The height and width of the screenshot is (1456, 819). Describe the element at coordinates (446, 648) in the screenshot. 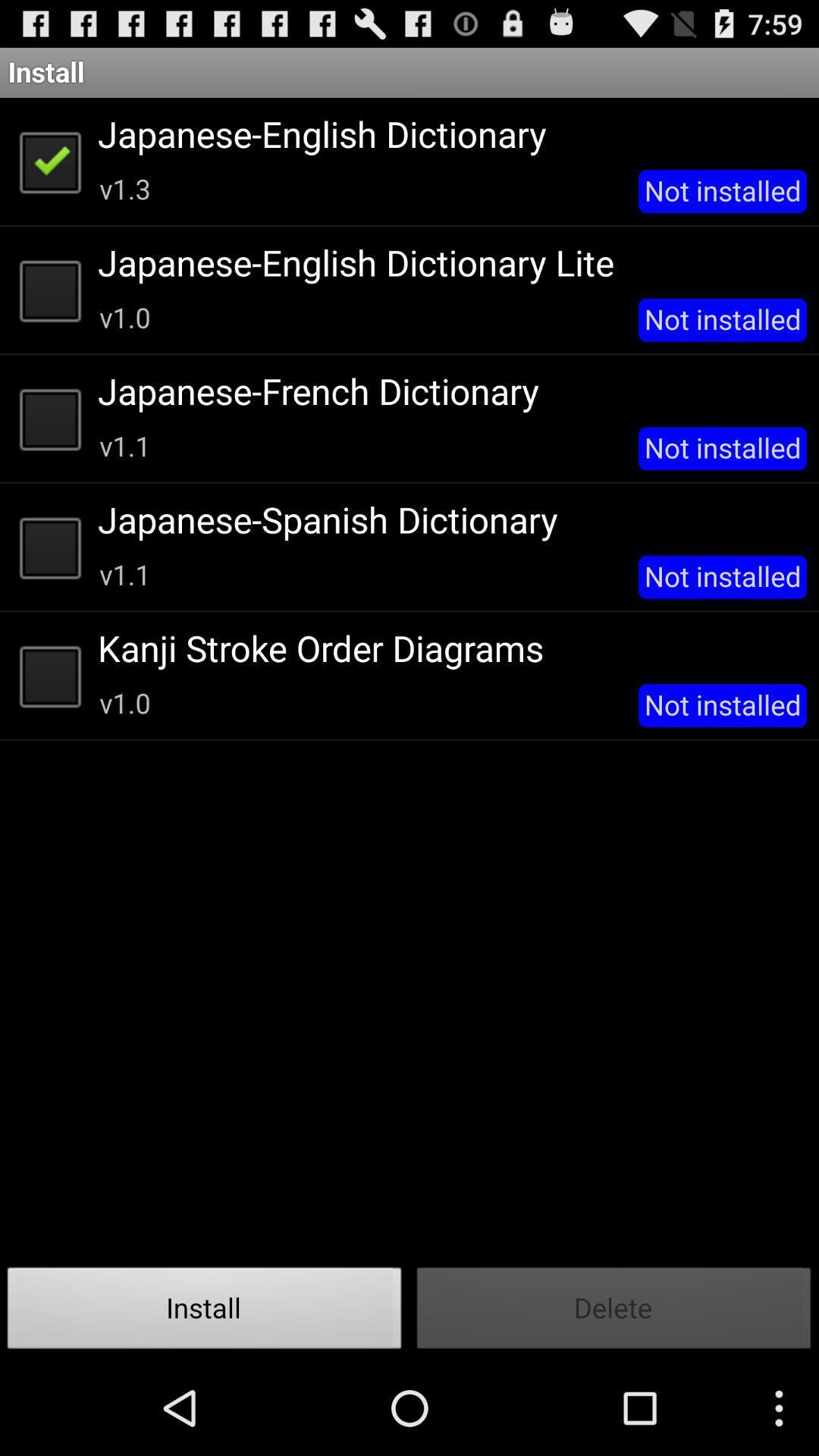

I see `the app above the v1.0 icon` at that location.